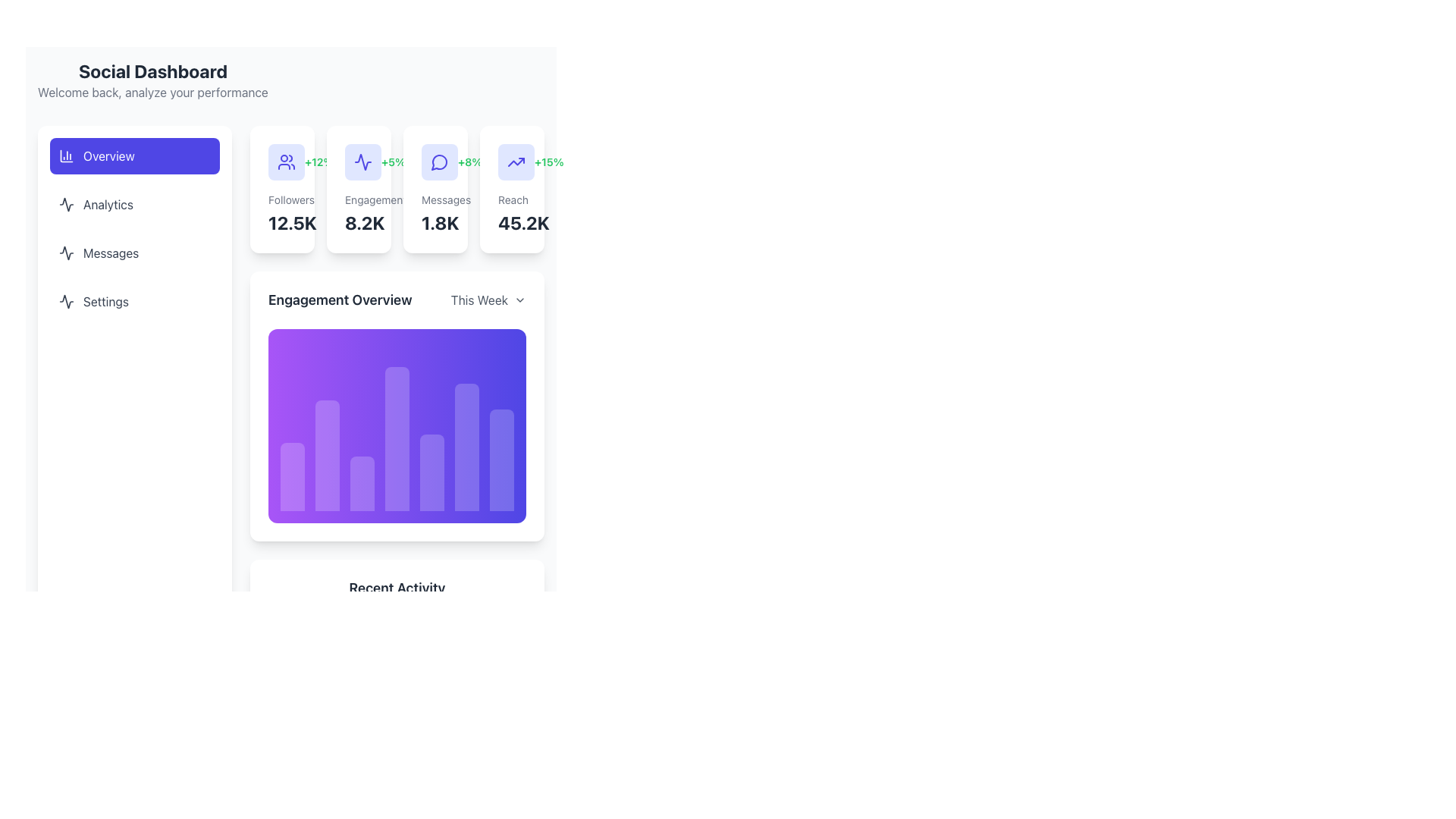 Image resolution: width=1456 pixels, height=819 pixels. What do you see at coordinates (358, 199) in the screenshot?
I see `the static text label indicating the 'Engagement' metric, which is located in the second card of a horizontal series of four cards on the dashboard, positioned above the value '8.2K'` at bounding box center [358, 199].